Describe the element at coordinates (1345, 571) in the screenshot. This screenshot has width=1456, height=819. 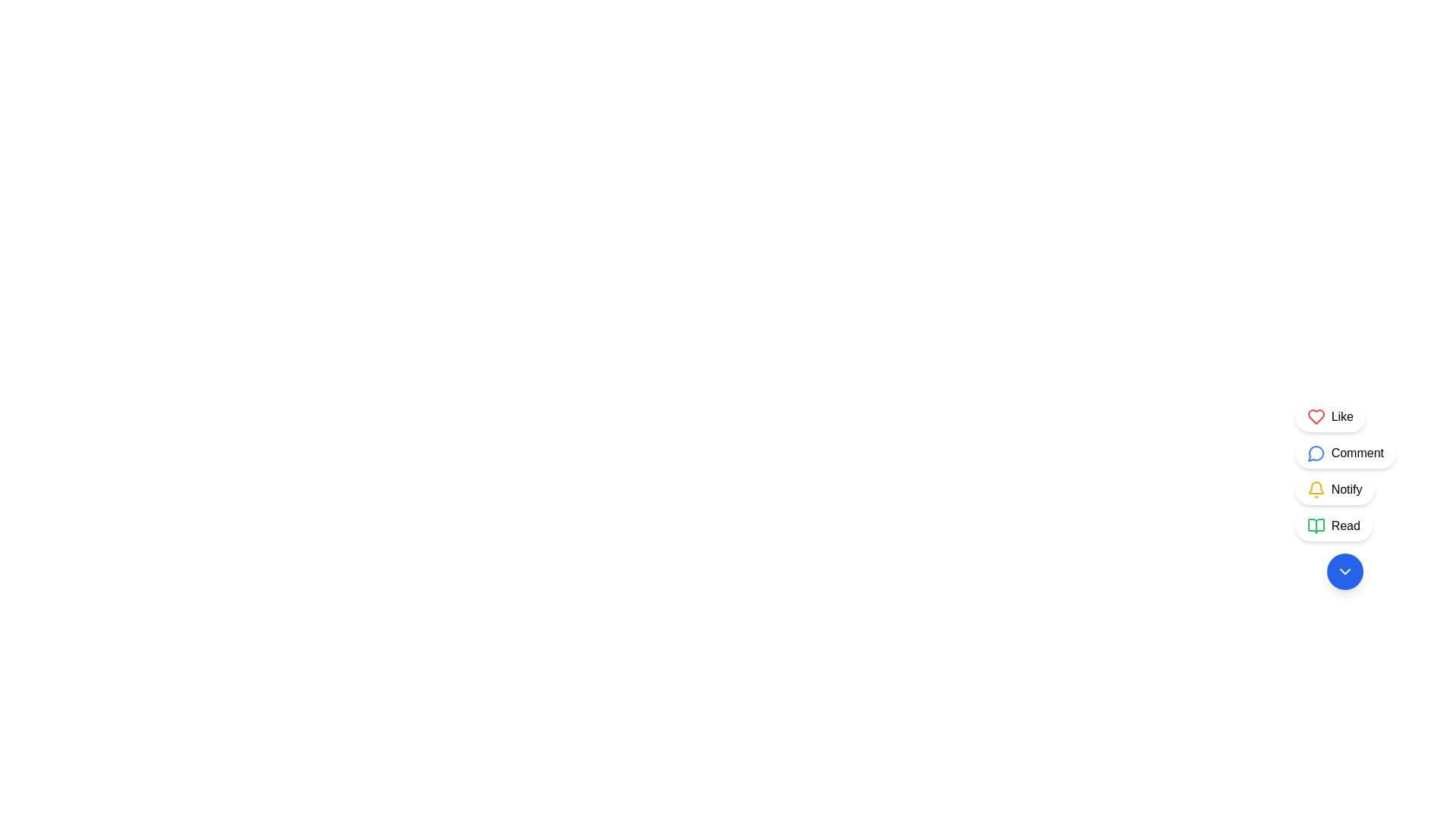
I see `the circular blue button with a white downward chevron icon` at that location.